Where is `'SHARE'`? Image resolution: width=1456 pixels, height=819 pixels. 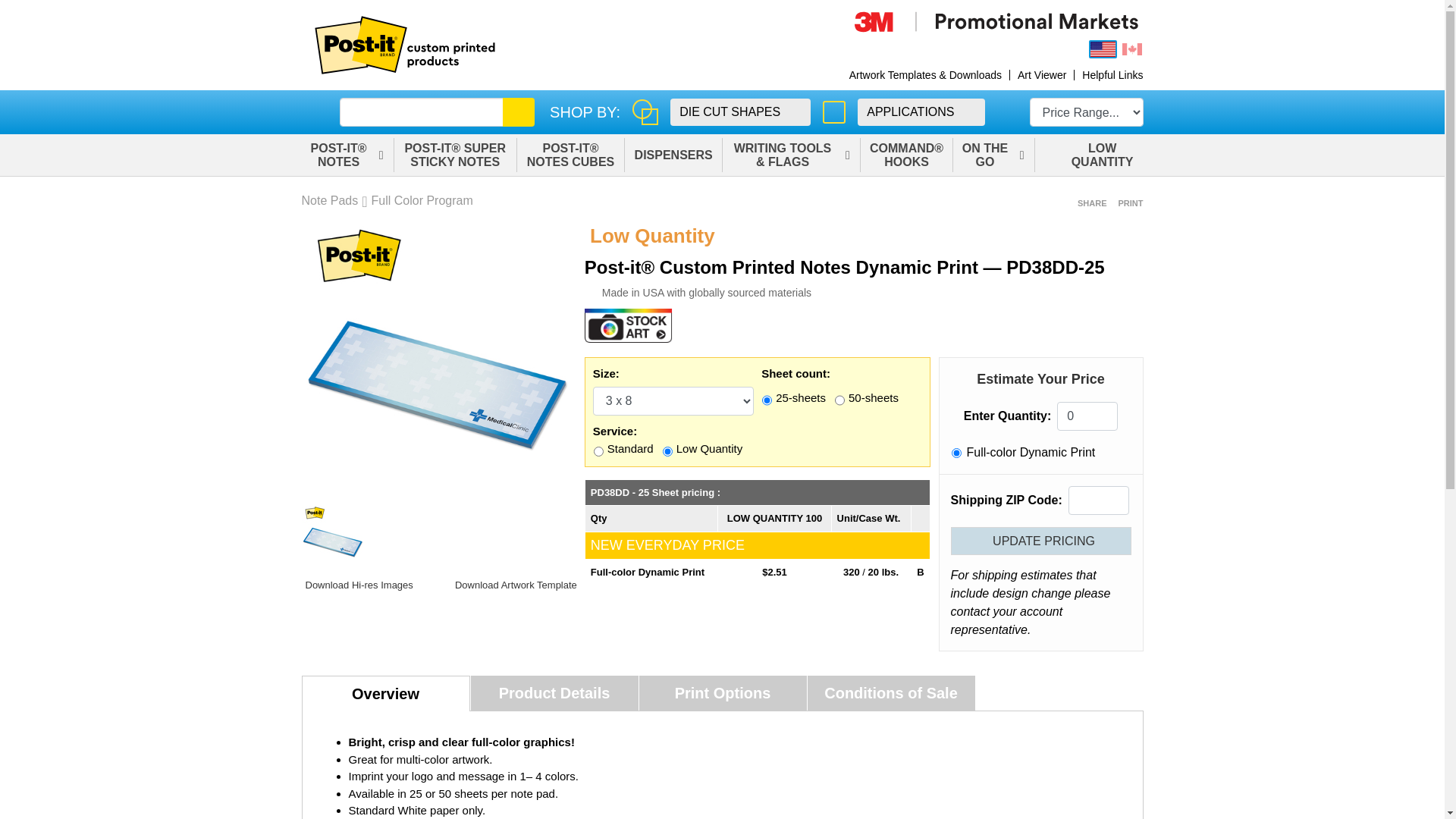
'SHARE' is located at coordinates (1090, 202).